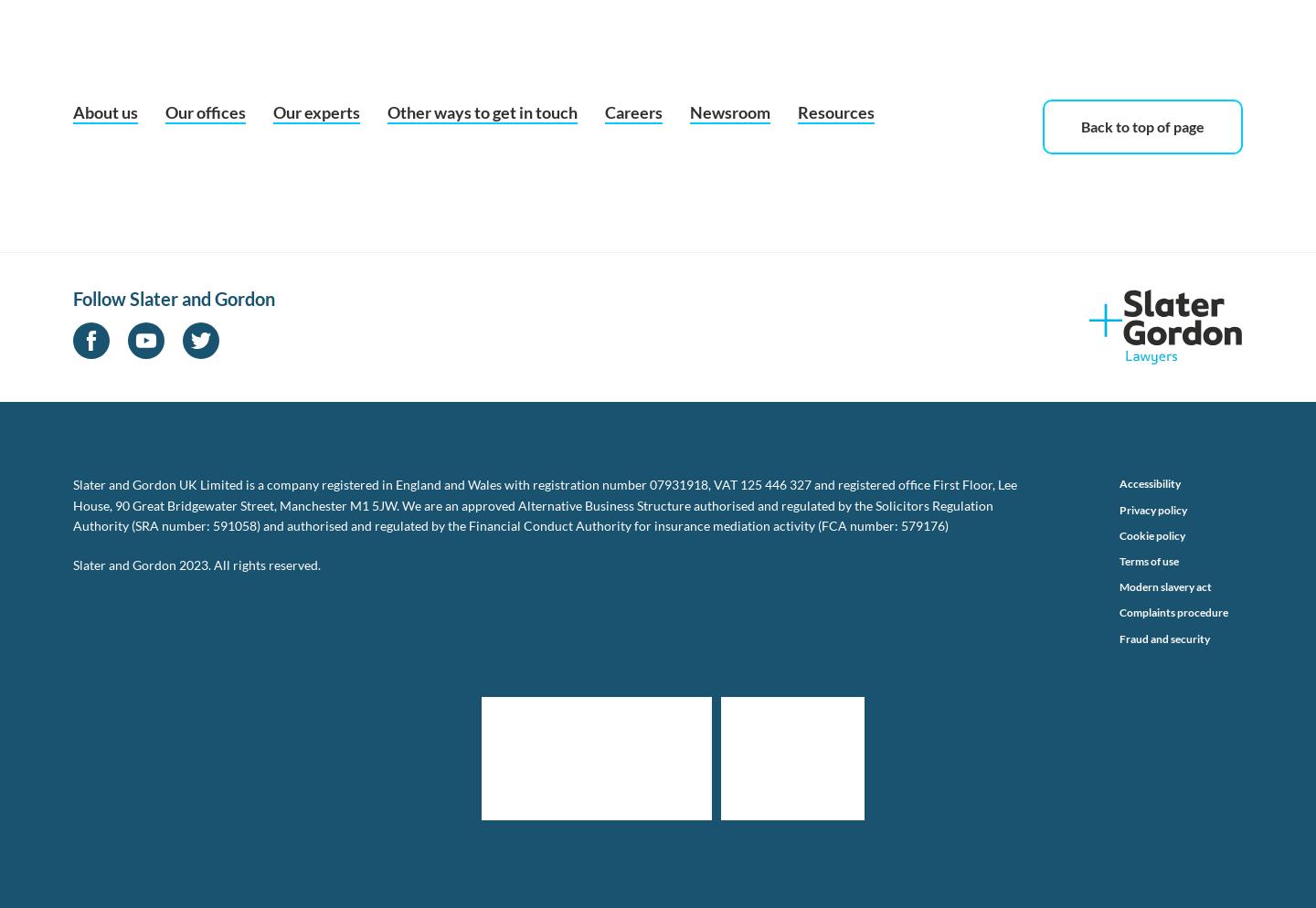  What do you see at coordinates (174, 298) in the screenshot?
I see `'Follow Slater and Gordon'` at bounding box center [174, 298].